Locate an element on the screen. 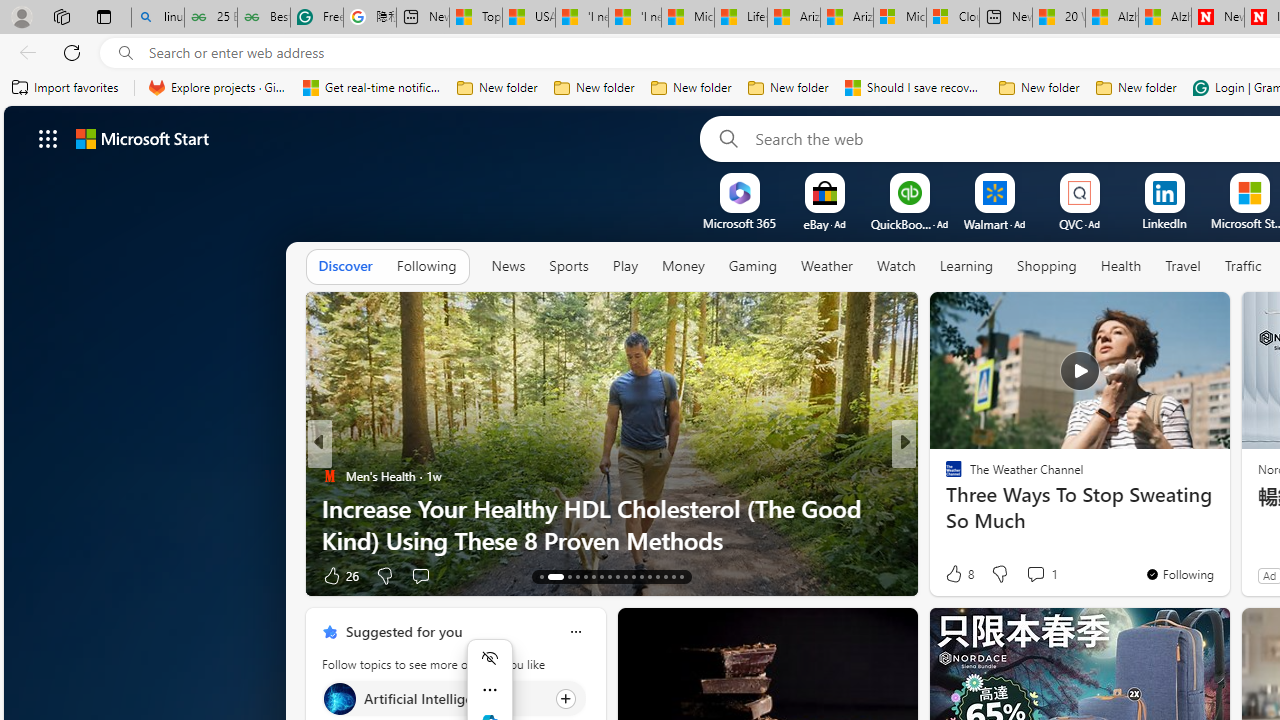  'Travel' is located at coordinates (1183, 265).